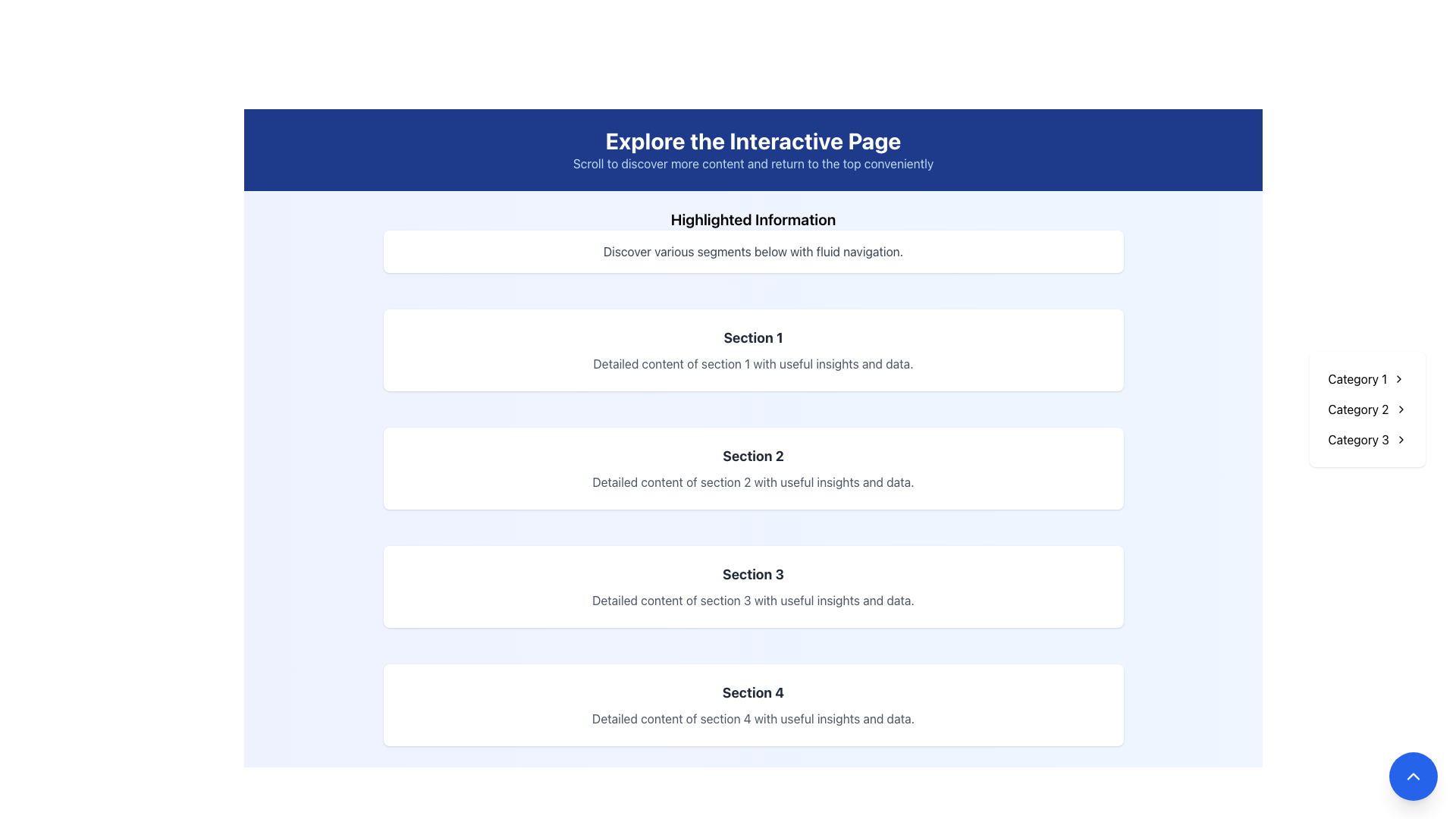 The width and height of the screenshot is (1456, 819). What do you see at coordinates (753, 482) in the screenshot?
I see `the static text component that reads 'Detailed content of section 2 with useful insights and data.' located at the center of the white card labeled 'Section 2'` at bounding box center [753, 482].